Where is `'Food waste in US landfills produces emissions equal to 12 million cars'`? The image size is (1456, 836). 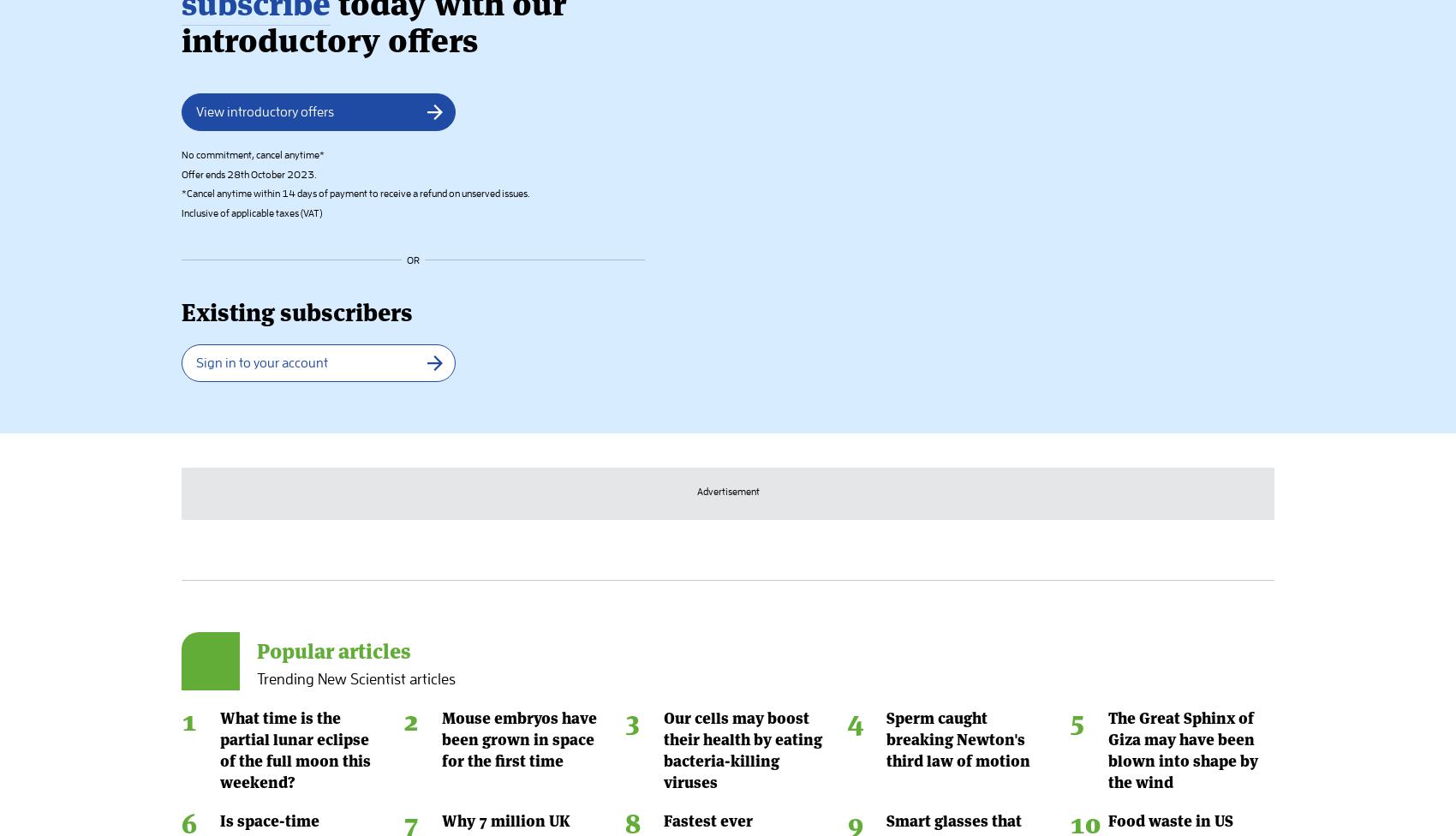 'Food waste in US landfills produces emissions equal to 12 million cars' is located at coordinates (1107, 183).